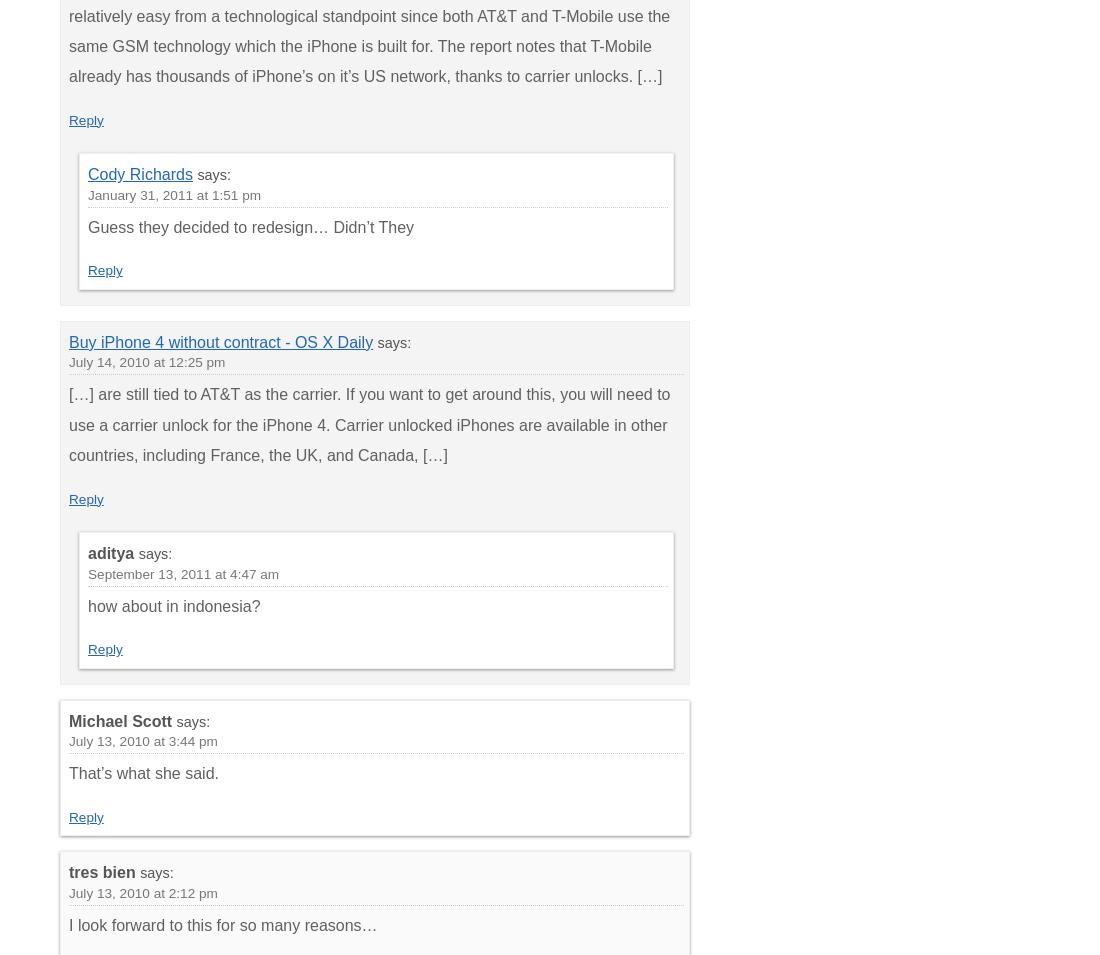  I want to click on '[…] are still tied to AT&T as the carrier. If you want to get around this, you will need to use a carrier unlock for the iPhone 4. Carrier unlocked iPhones are available in other countries, including France, the UK, and Canada, […]', so click(369, 423).